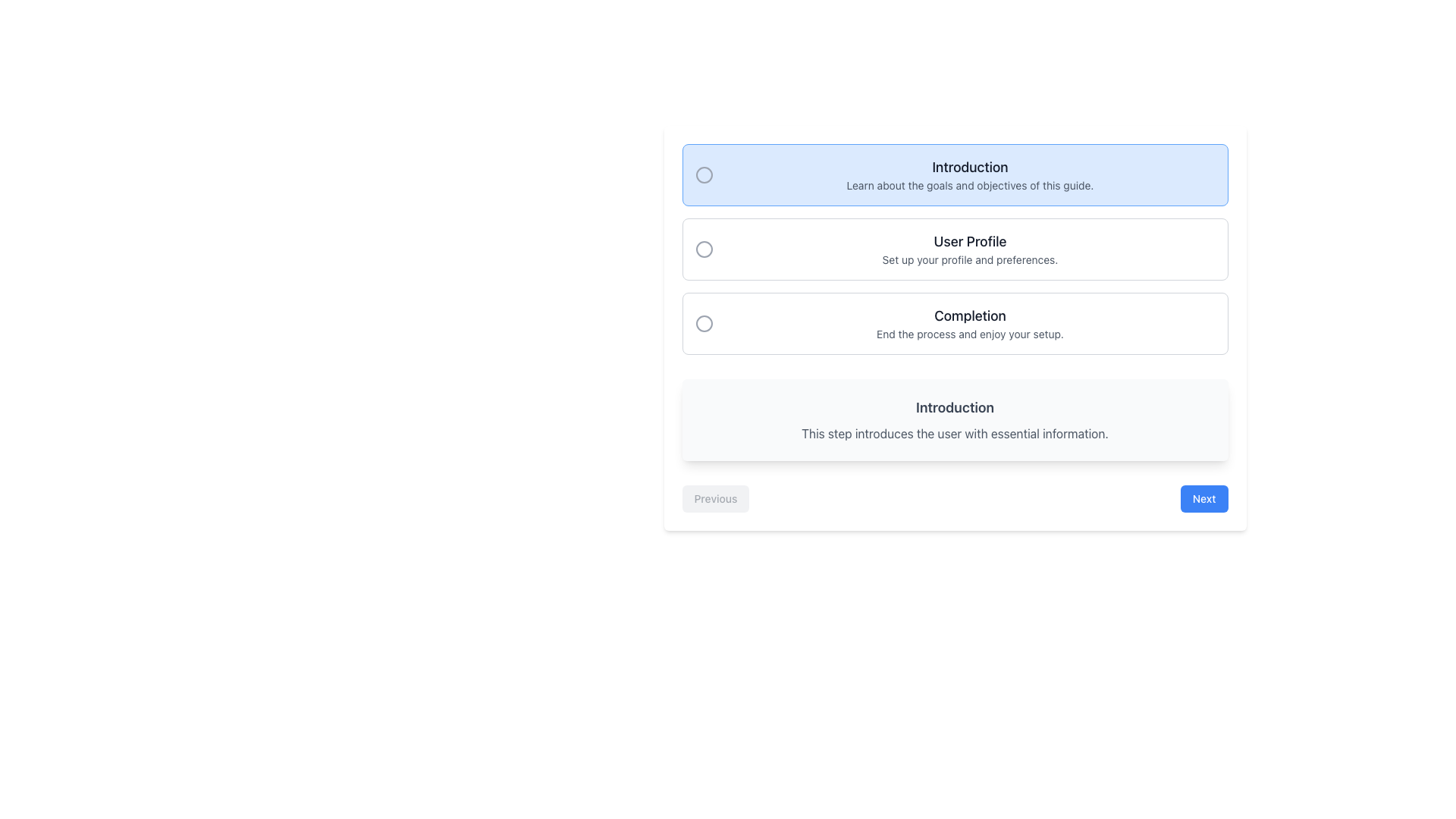  What do you see at coordinates (954, 174) in the screenshot?
I see `the descriptive panel titled 'Introduction', which has a light blue background and contains a subtitle about the guide's goals and objectives` at bounding box center [954, 174].